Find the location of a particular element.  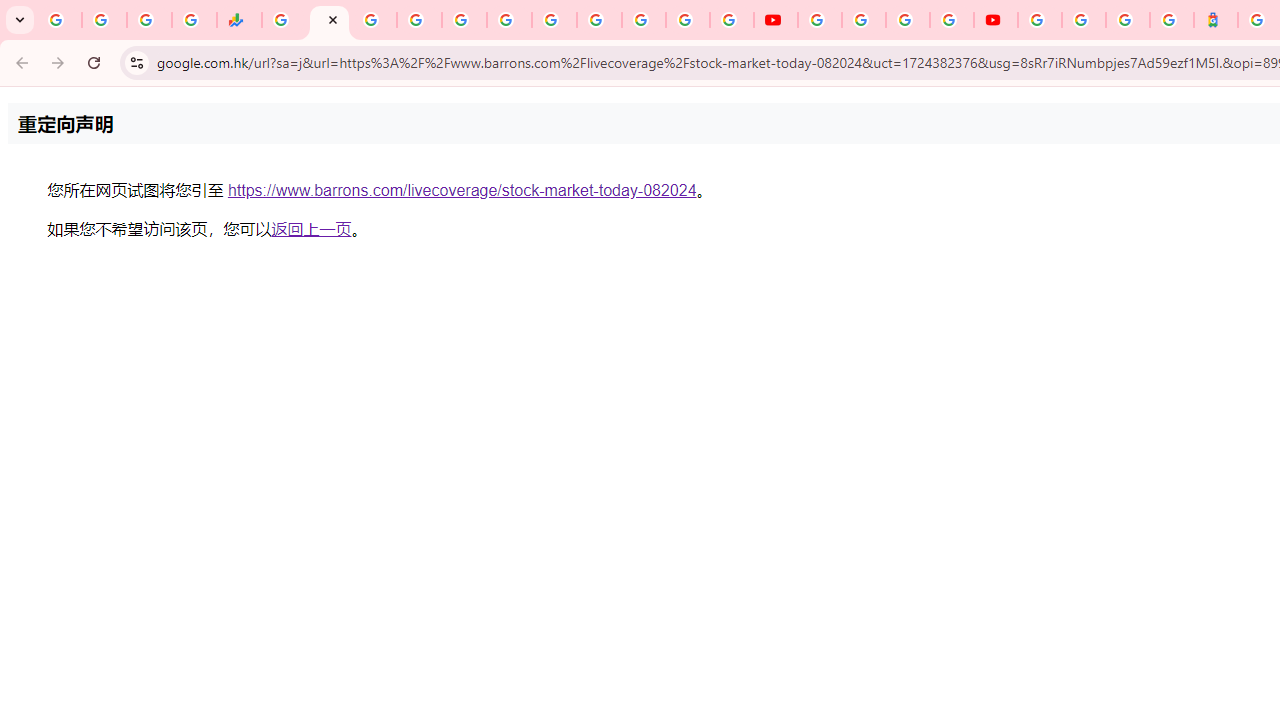

'YouTube' is located at coordinates (774, 20).